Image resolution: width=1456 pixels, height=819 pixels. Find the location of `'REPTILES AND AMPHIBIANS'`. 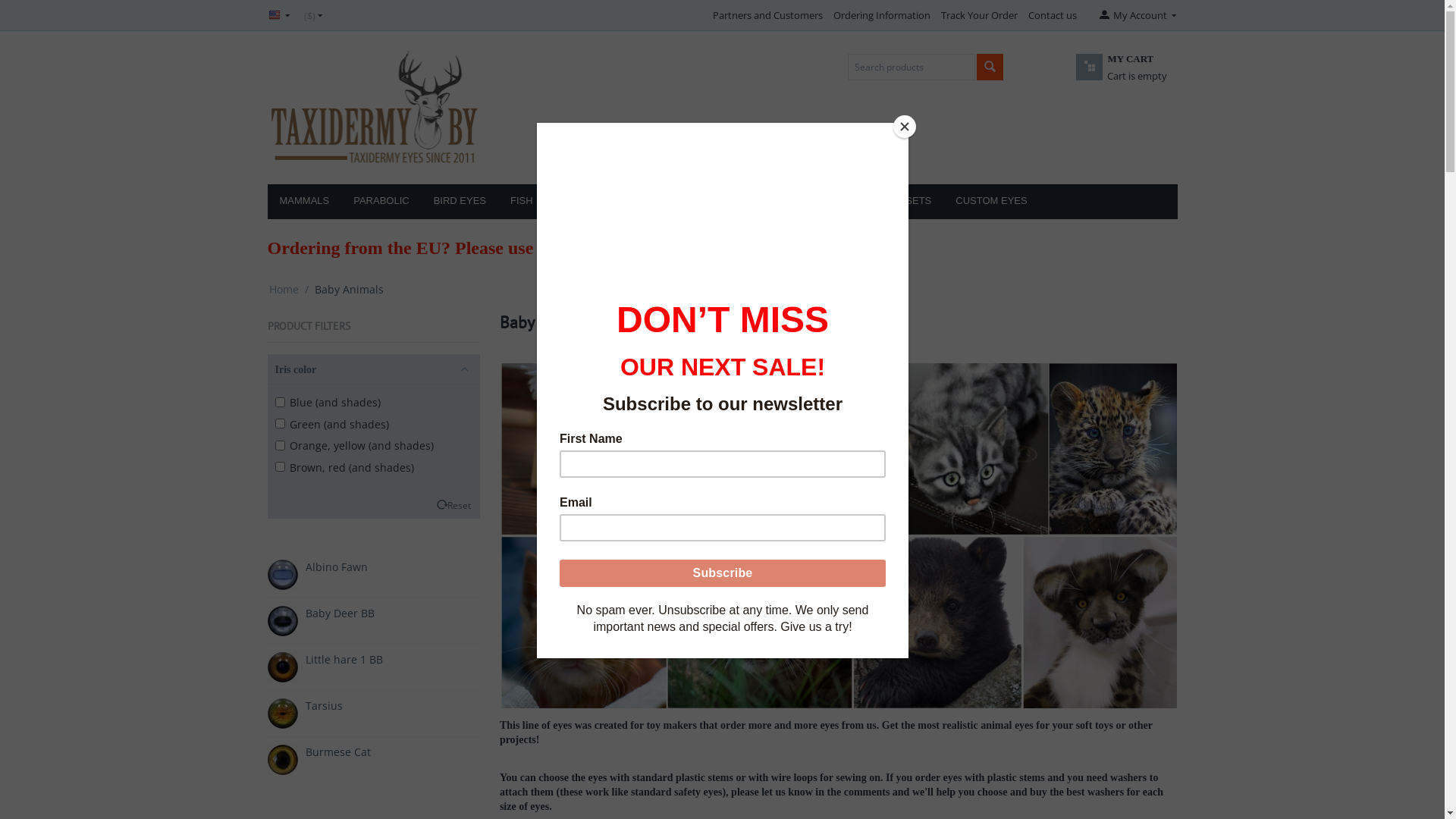

'REPTILES AND AMPHIBIANS' is located at coordinates (623, 201).